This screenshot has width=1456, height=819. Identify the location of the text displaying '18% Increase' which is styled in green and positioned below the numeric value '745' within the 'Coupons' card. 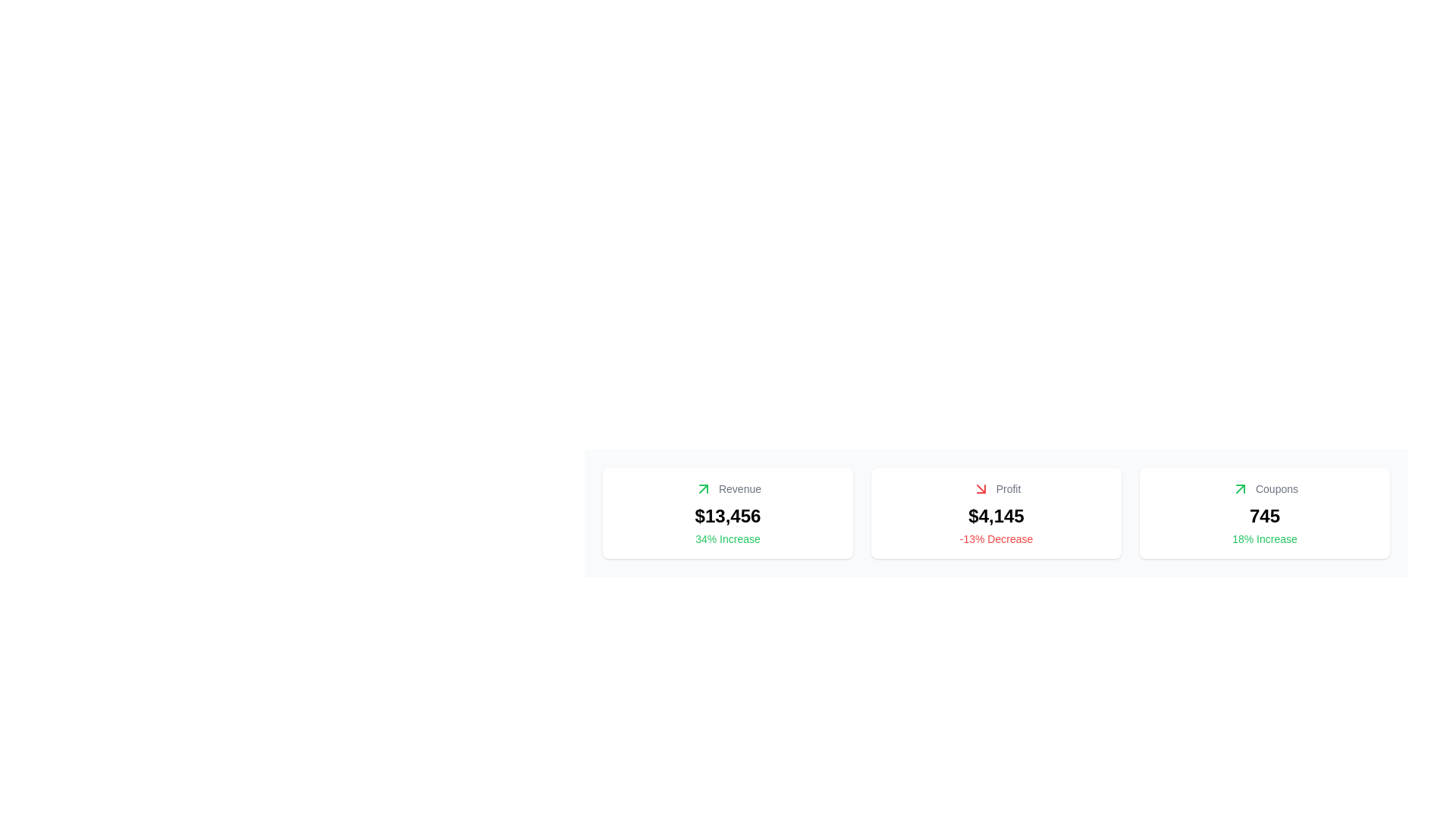
(1265, 538).